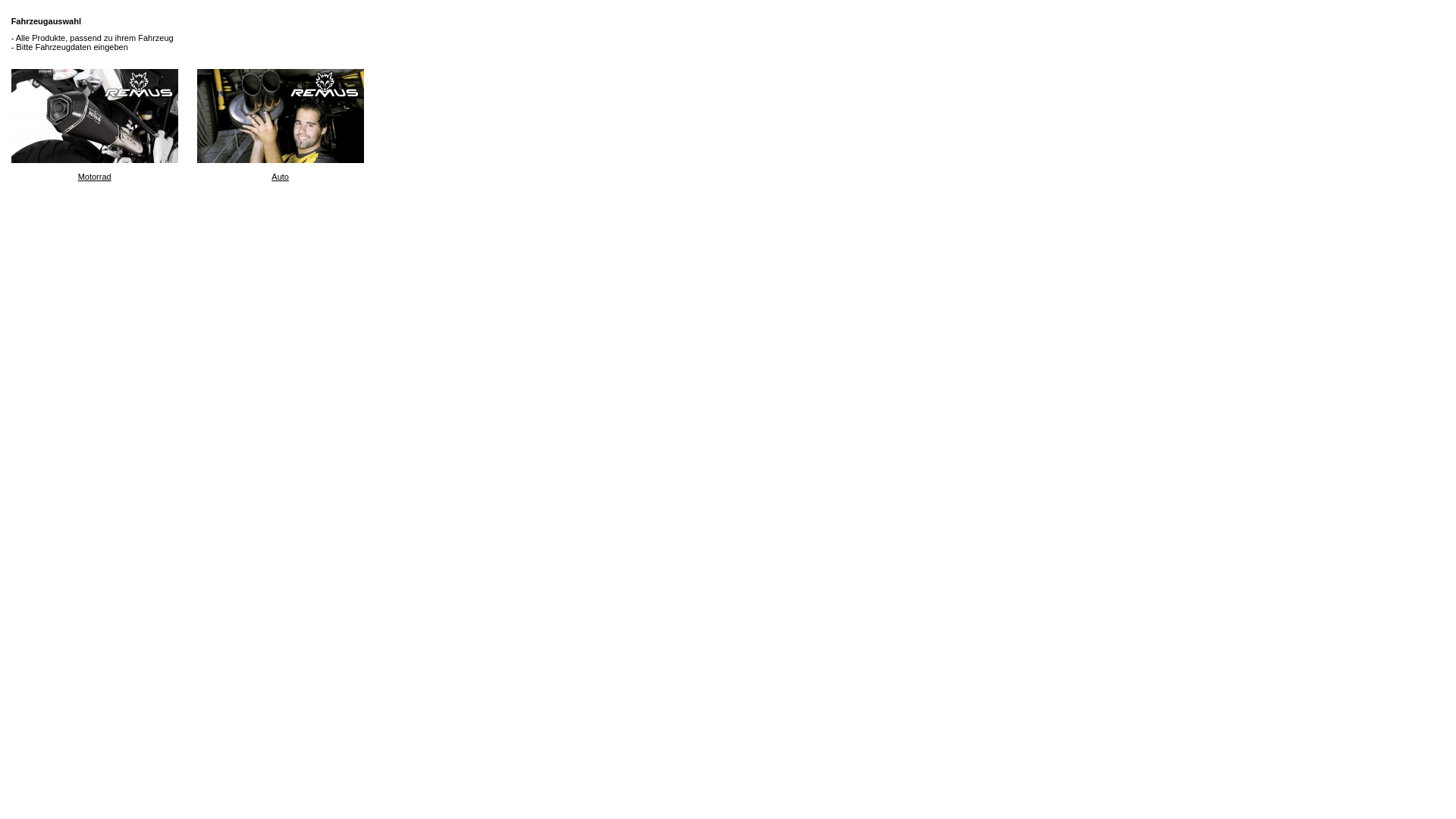  Describe the element at coordinates (93, 124) in the screenshot. I see `'Motorrad'` at that location.